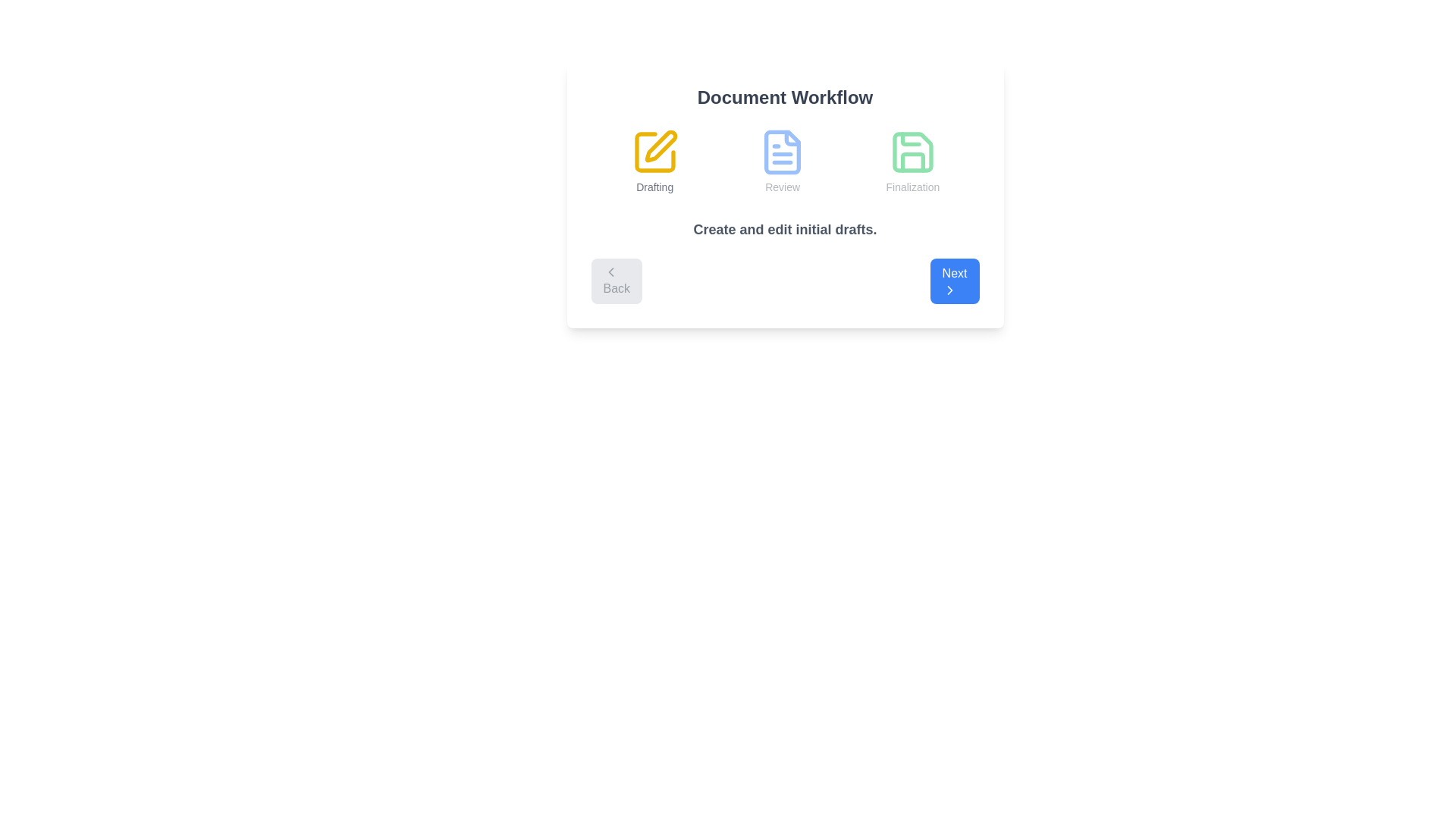  Describe the element at coordinates (654, 161) in the screenshot. I see `the 'Drafting' icon in the document workflow process` at that location.